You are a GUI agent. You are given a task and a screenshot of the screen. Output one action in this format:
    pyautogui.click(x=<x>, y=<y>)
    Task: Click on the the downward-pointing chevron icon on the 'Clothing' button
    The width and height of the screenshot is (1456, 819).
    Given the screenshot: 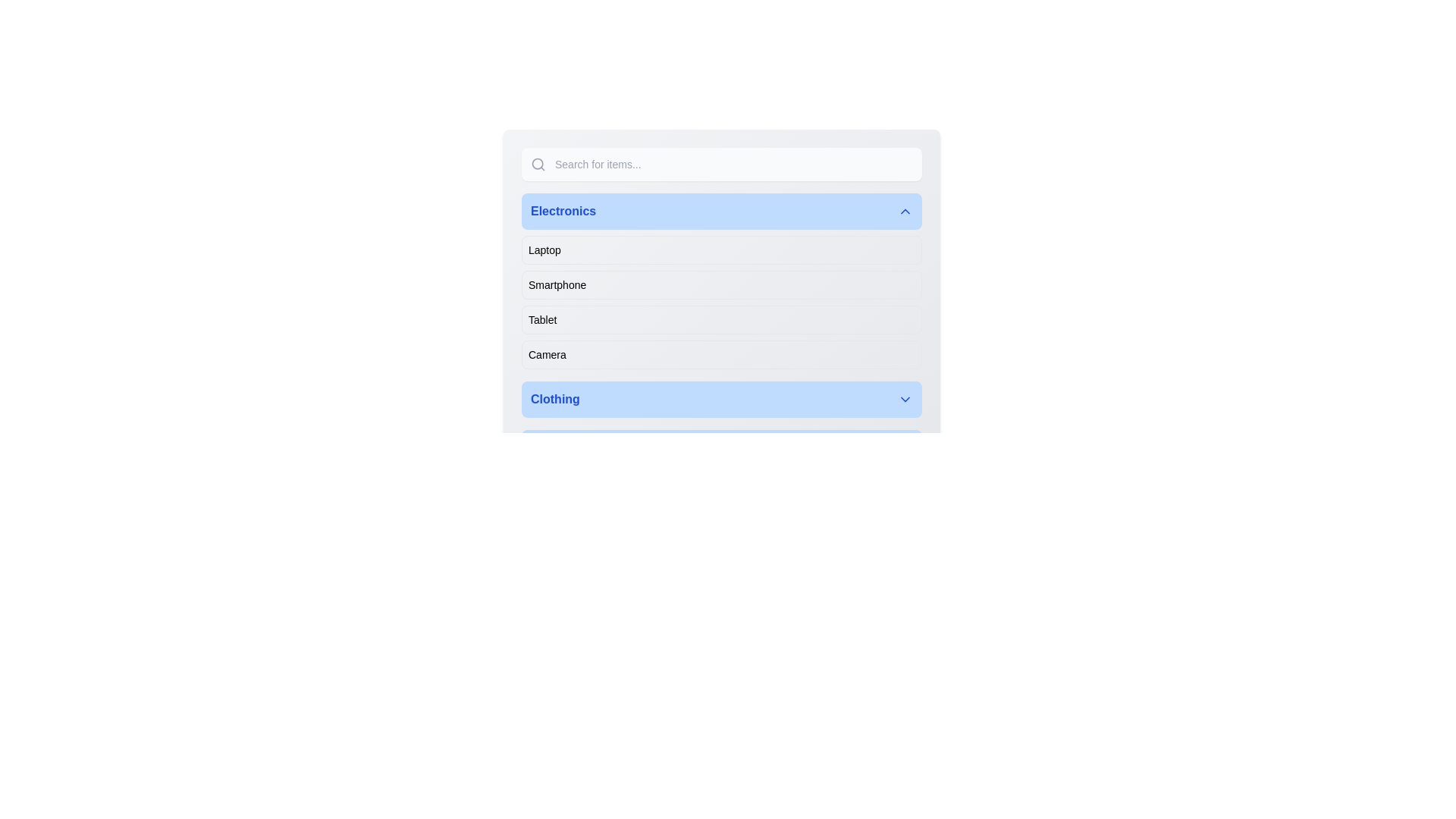 What is the action you would take?
    pyautogui.click(x=905, y=399)
    